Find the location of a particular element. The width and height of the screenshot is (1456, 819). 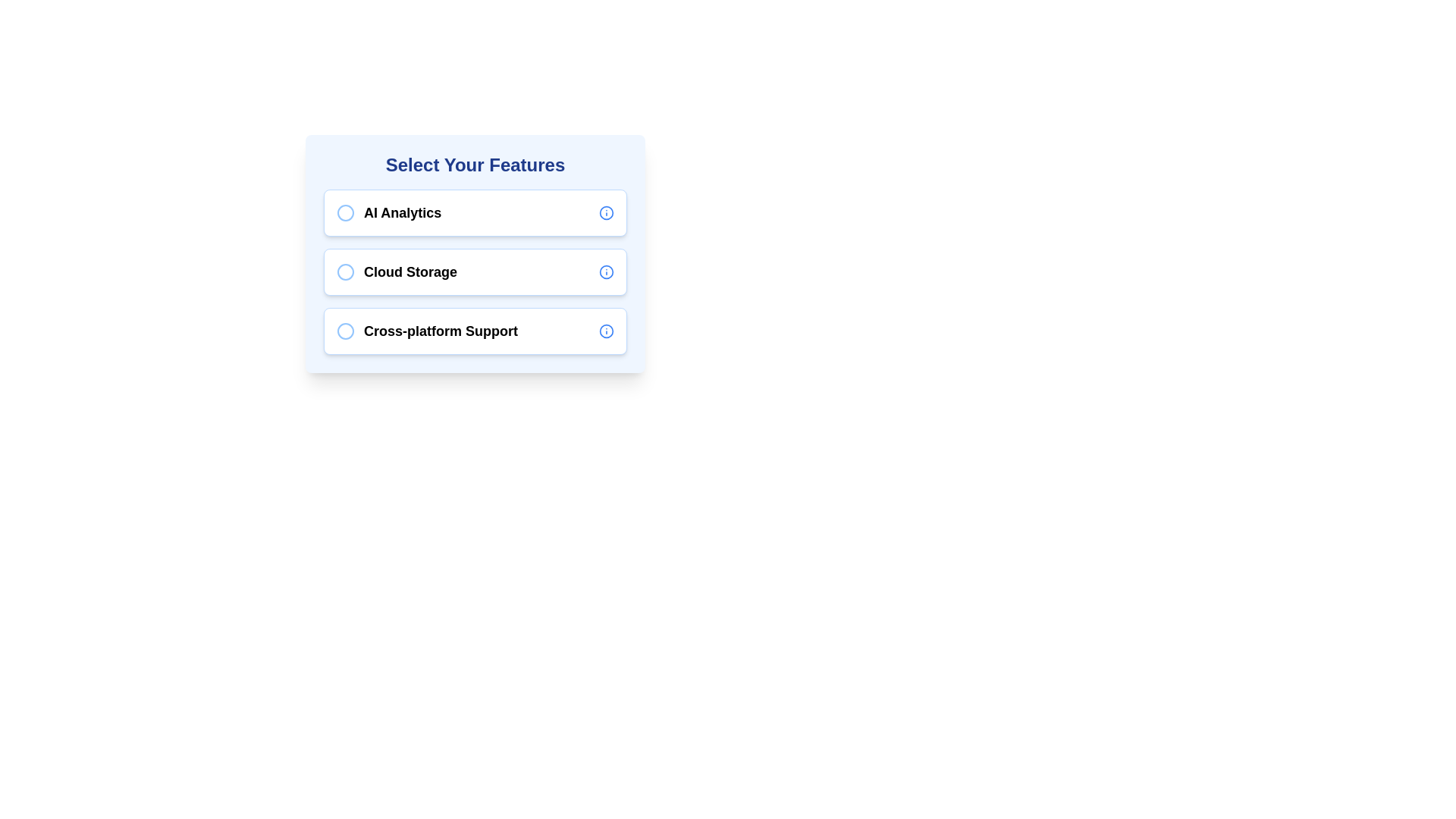

the circular icon representing the 'Cloud Storage' option in the feature list is located at coordinates (345, 271).